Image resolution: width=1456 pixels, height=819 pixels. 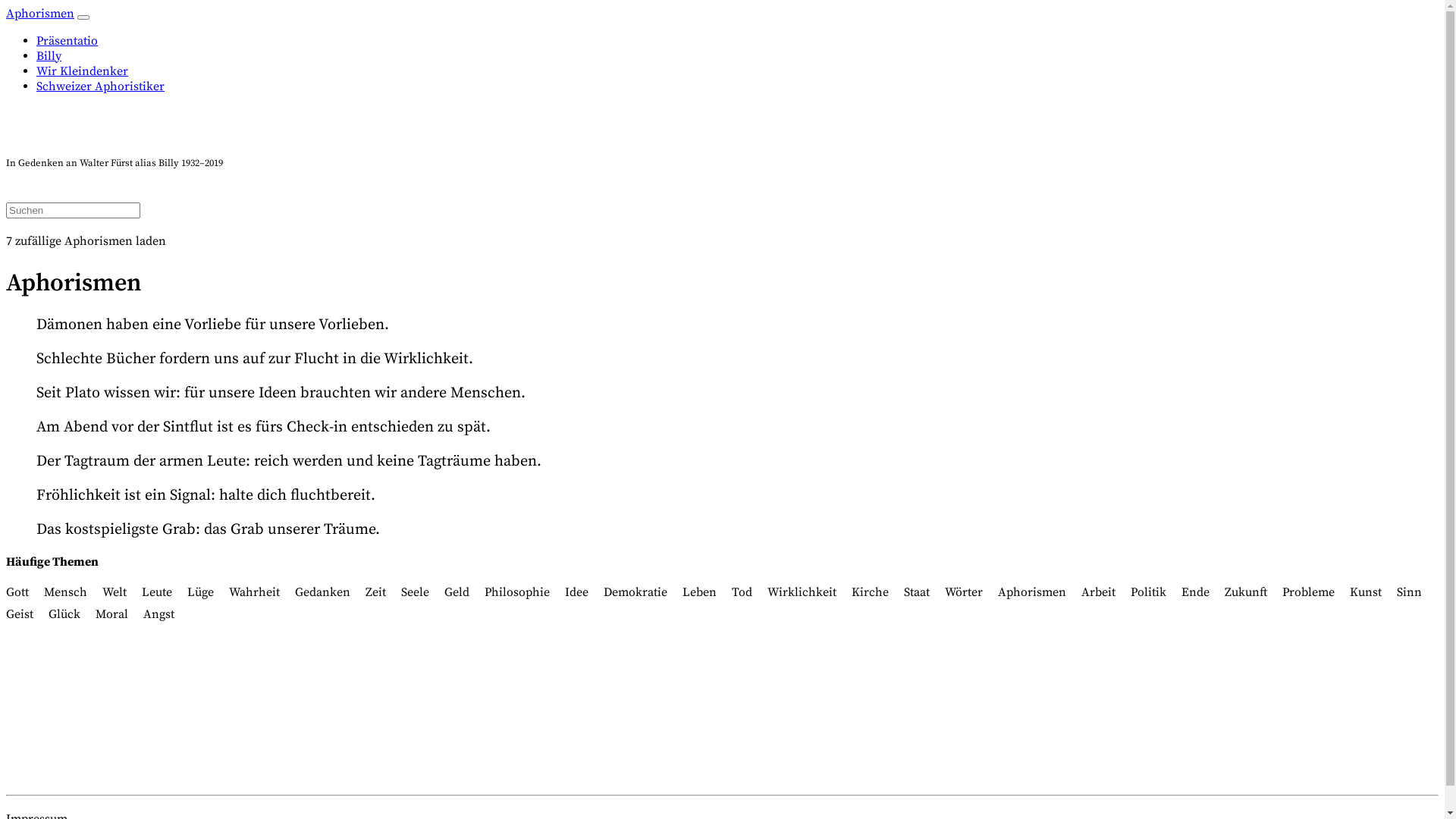 I want to click on 'Kunst', so click(x=1365, y=591).